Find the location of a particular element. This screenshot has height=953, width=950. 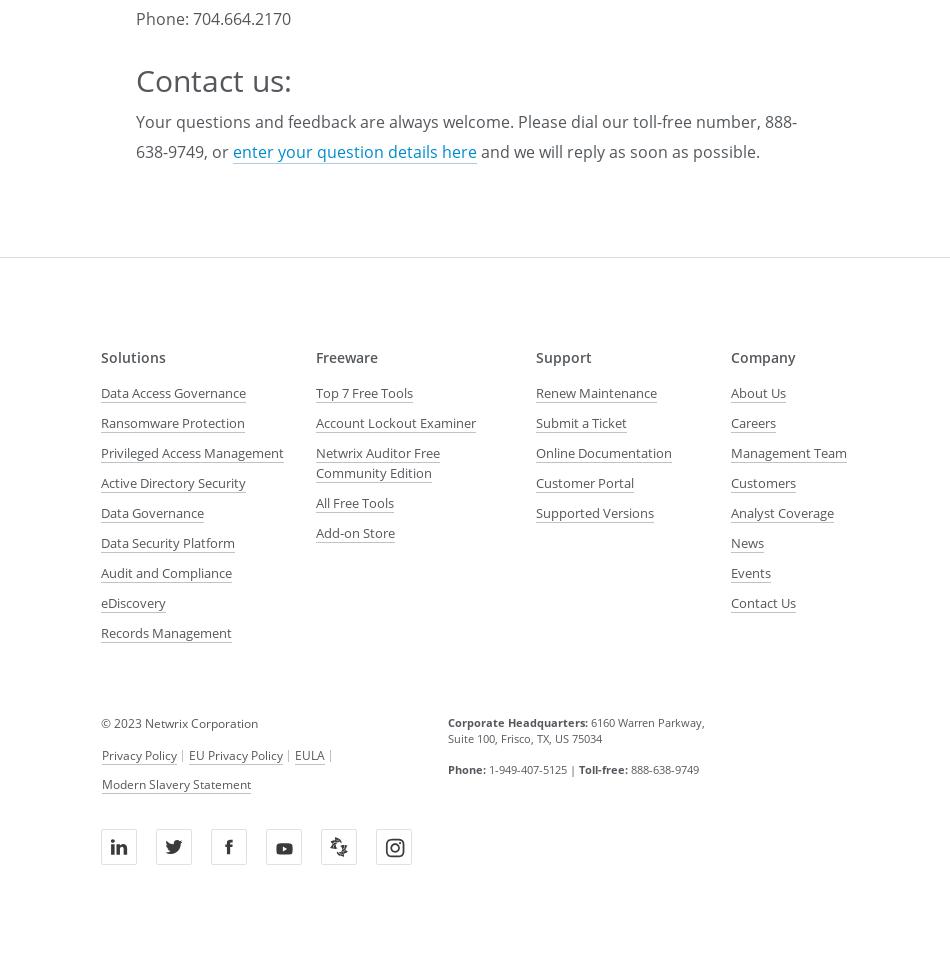

'and we will reply as soon as possible.' is located at coordinates (618, 151).